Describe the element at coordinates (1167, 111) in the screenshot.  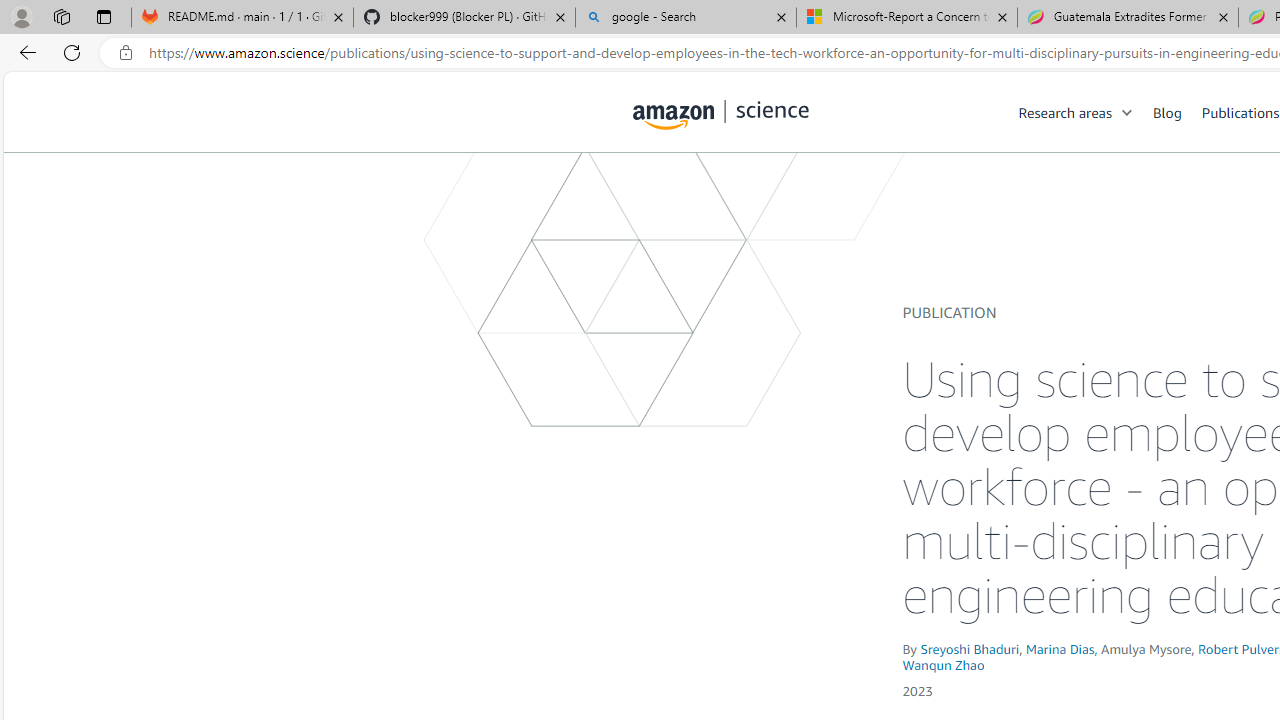
I see `'Blog'` at that location.